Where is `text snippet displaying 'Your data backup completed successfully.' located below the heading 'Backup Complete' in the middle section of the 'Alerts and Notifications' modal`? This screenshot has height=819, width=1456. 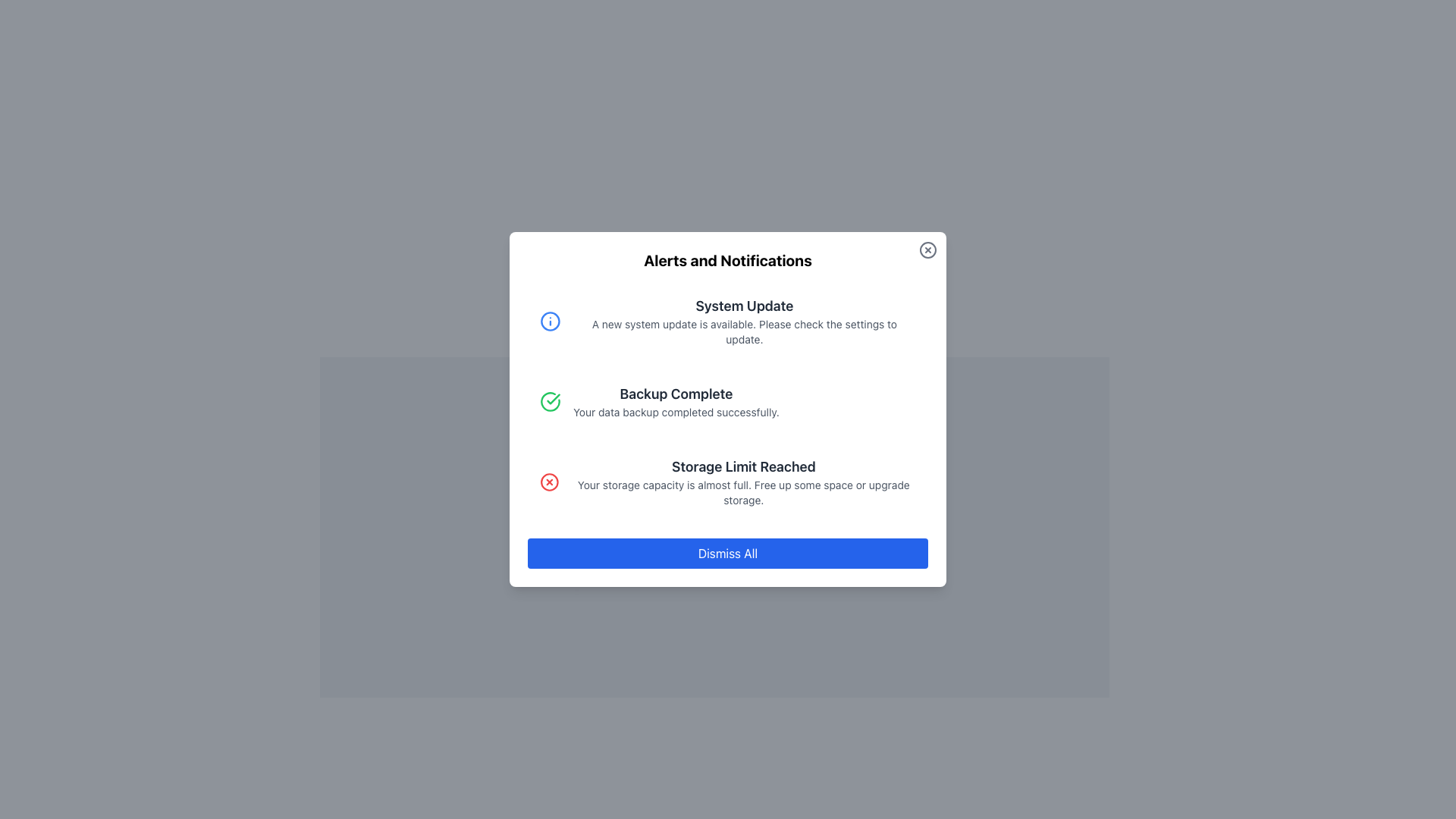 text snippet displaying 'Your data backup completed successfully.' located below the heading 'Backup Complete' in the middle section of the 'Alerts and Notifications' modal is located at coordinates (675, 412).